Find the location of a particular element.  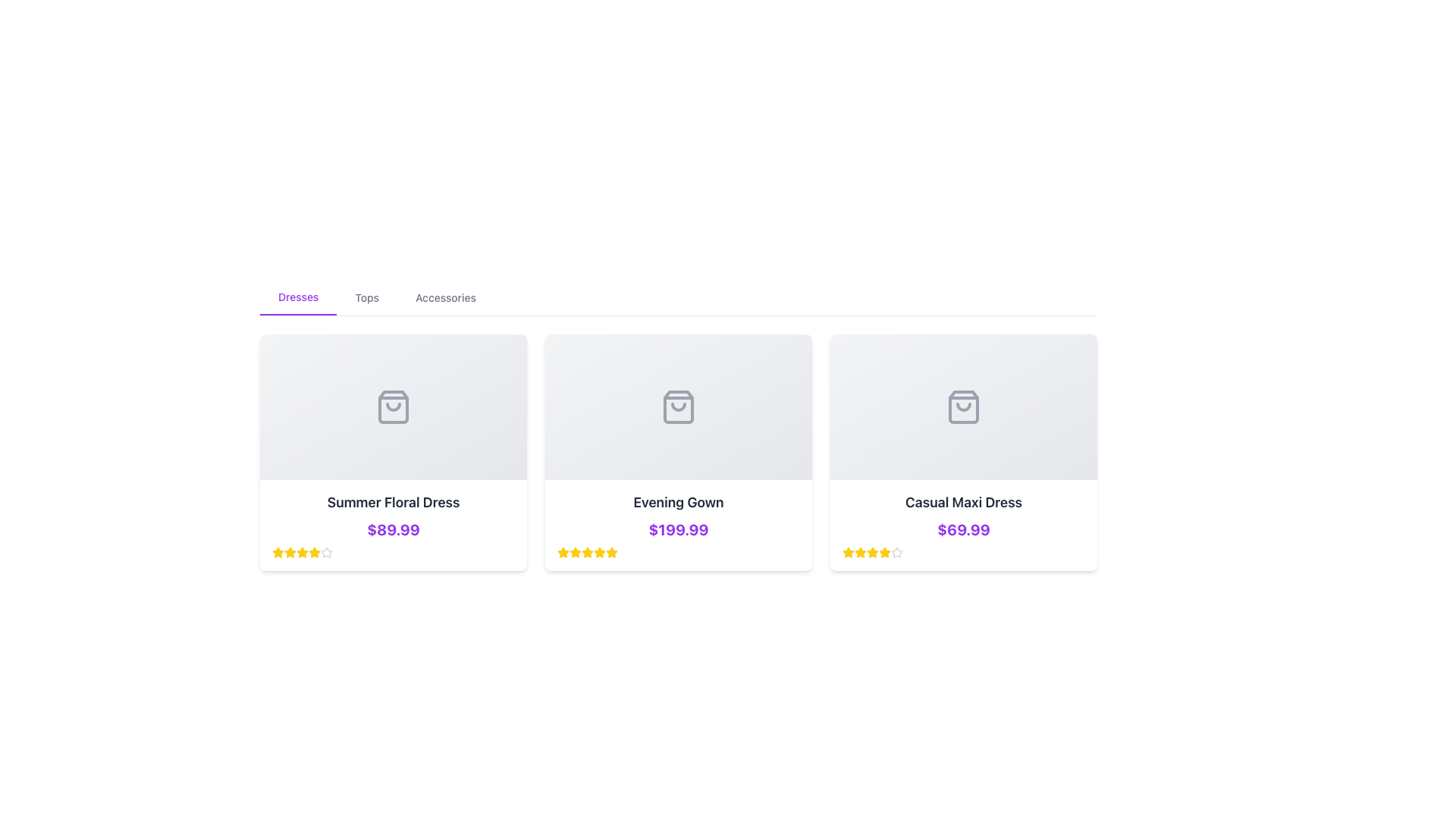

the fifth yellow star icon in the rating row beneath the product card for 'Evening Gown' to register a rating is located at coordinates (611, 552).